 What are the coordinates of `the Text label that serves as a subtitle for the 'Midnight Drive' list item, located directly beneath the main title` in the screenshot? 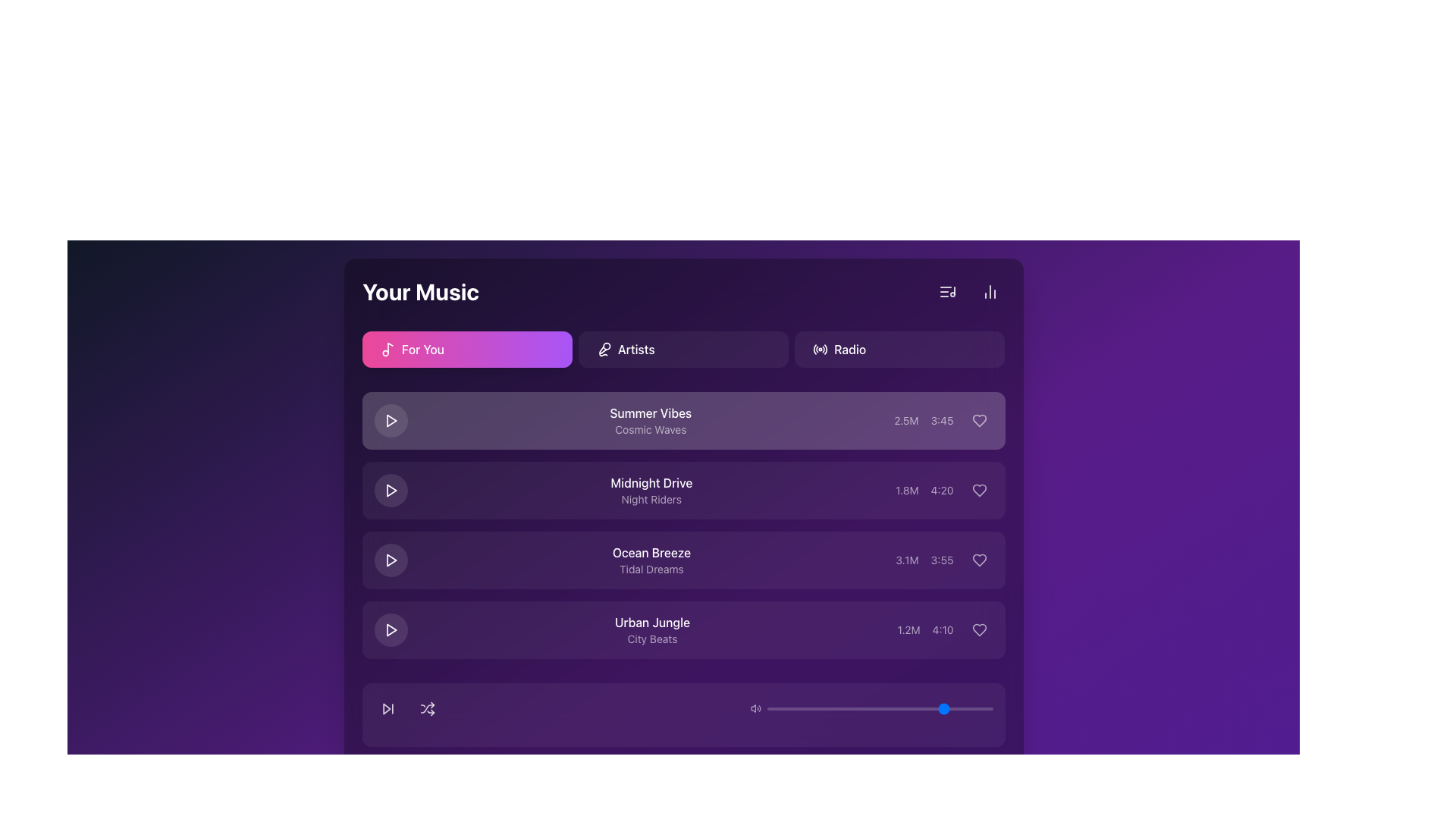 It's located at (651, 500).